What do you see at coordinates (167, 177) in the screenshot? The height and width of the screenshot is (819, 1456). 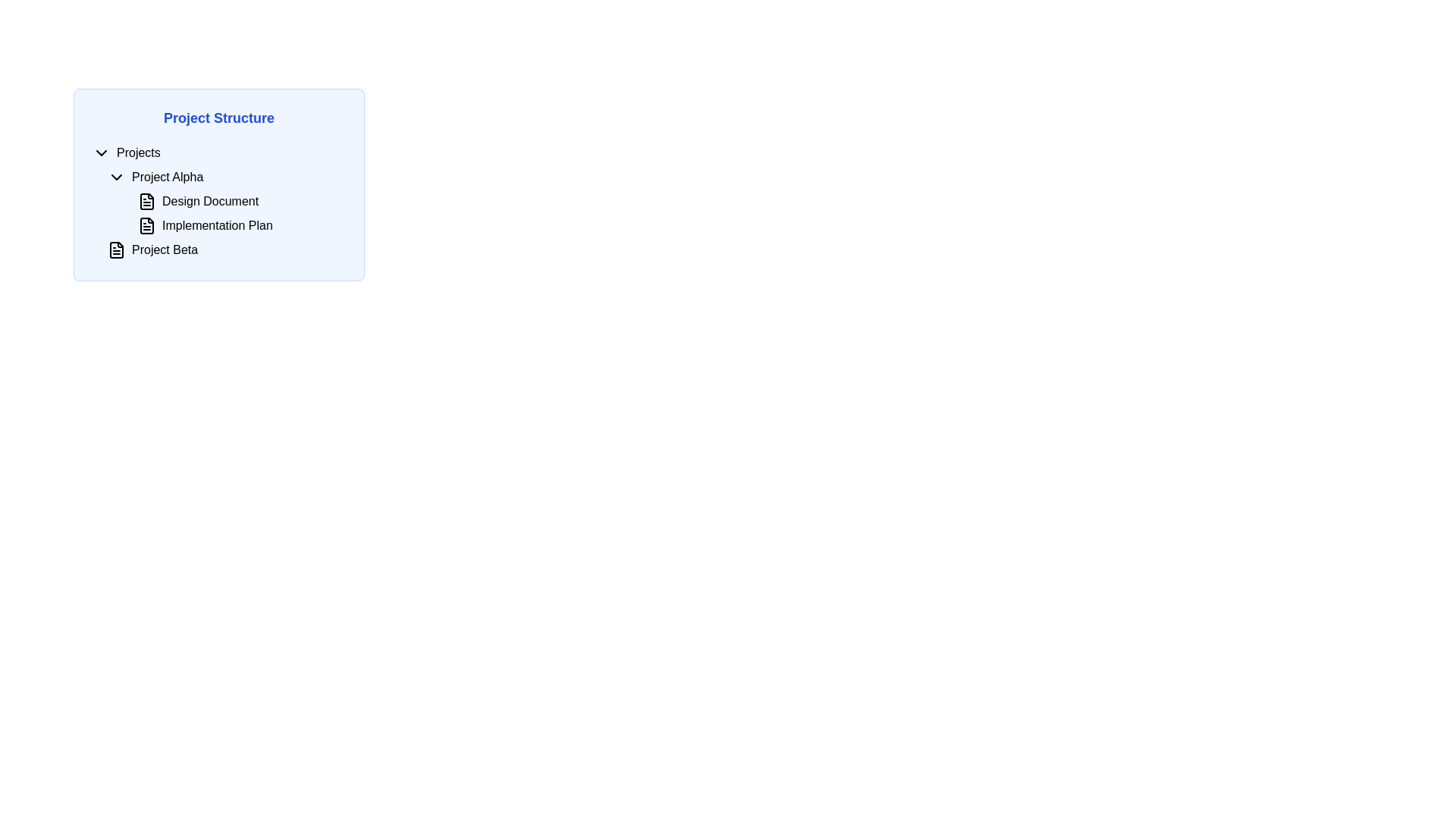 I see `to select the 'Project Alpha' label, which is positioned under the 'Projects' heading in the second nesting level of the project tree` at bounding box center [167, 177].